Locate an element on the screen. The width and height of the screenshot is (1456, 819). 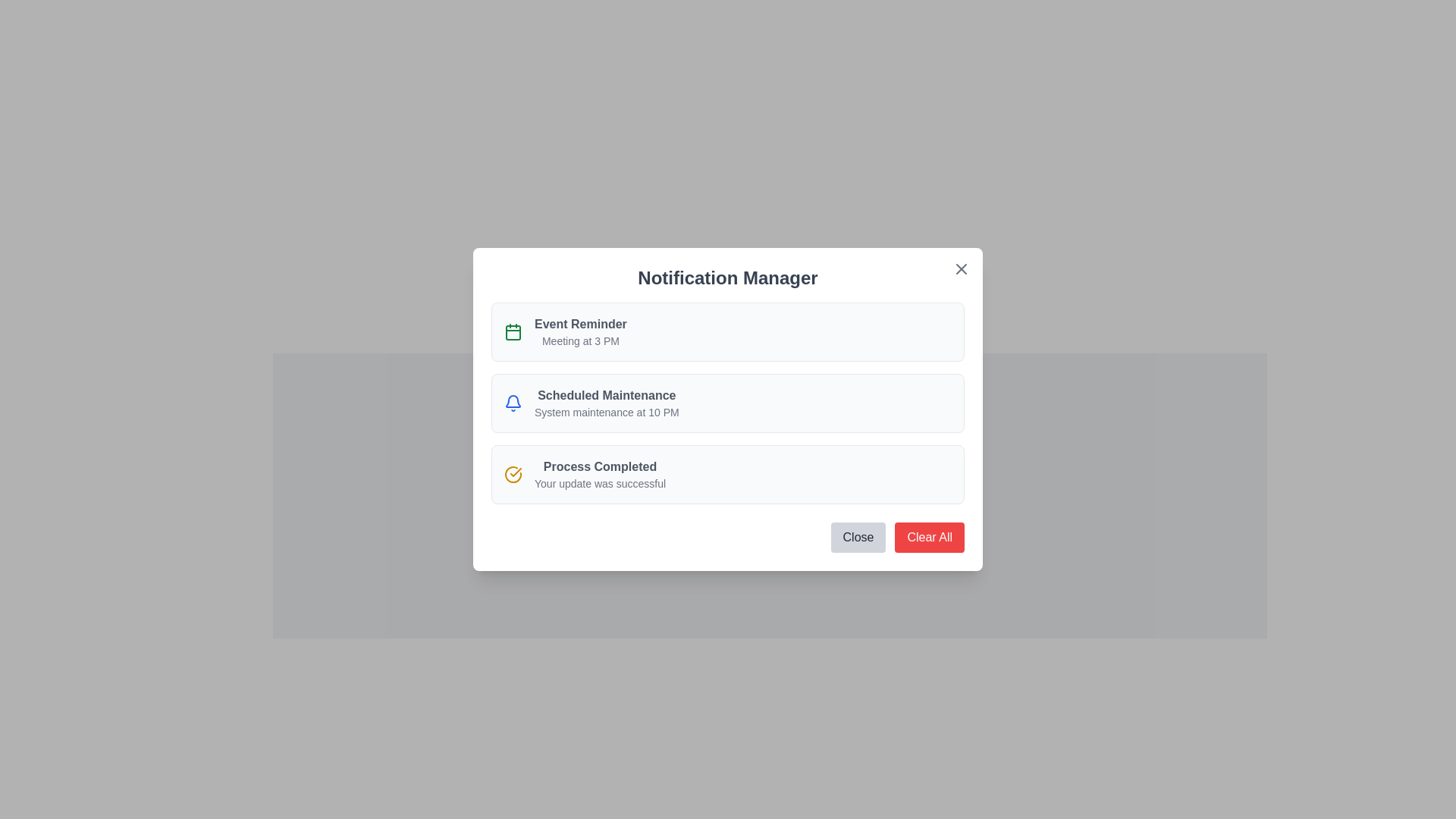
static text message 'Your update was successful' which is centrally located beneath the 'Process Completed' label in the Notification Manager interface is located at coordinates (599, 483).